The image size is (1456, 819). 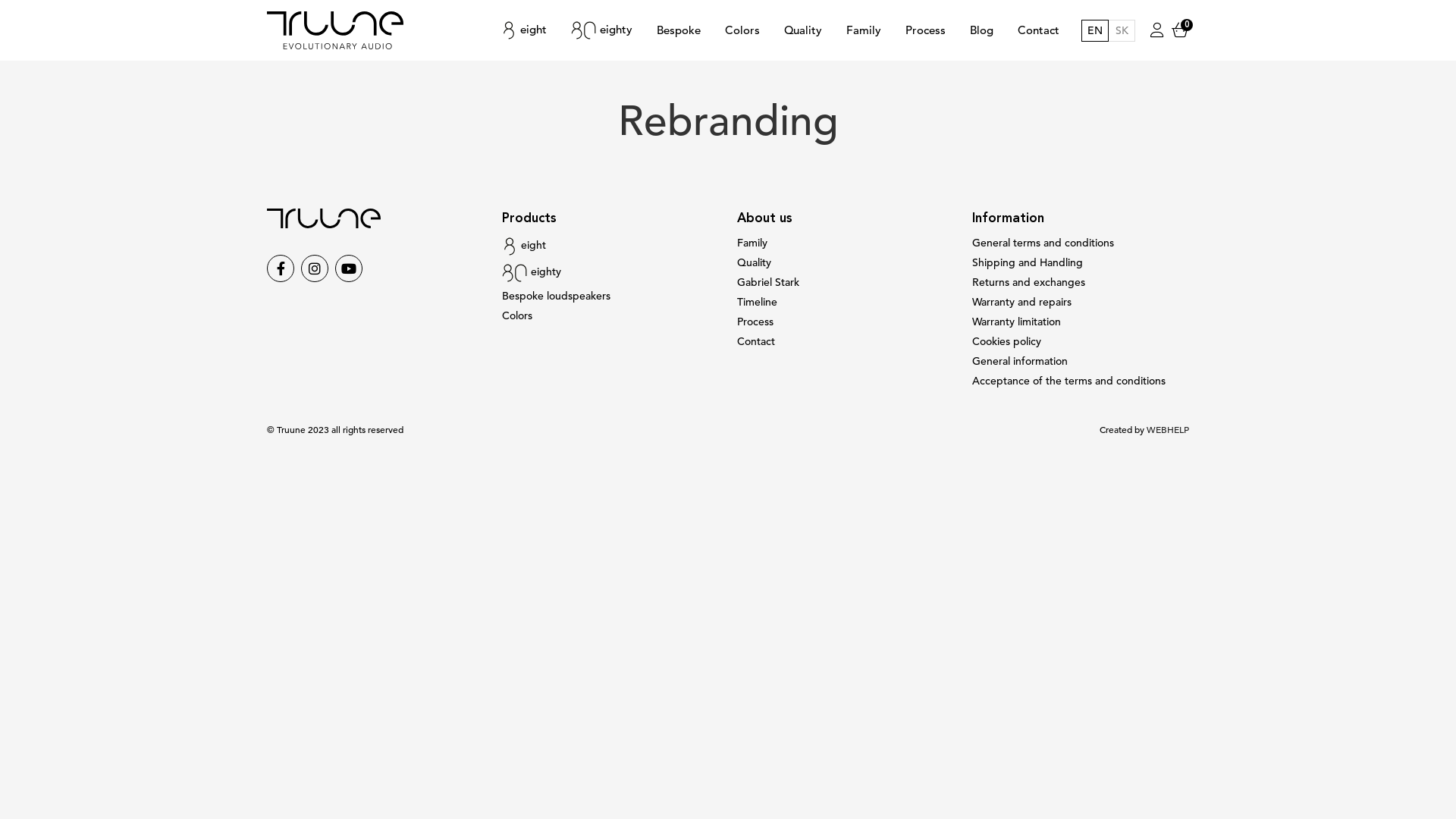 What do you see at coordinates (757, 302) in the screenshot?
I see `'Timeline'` at bounding box center [757, 302].